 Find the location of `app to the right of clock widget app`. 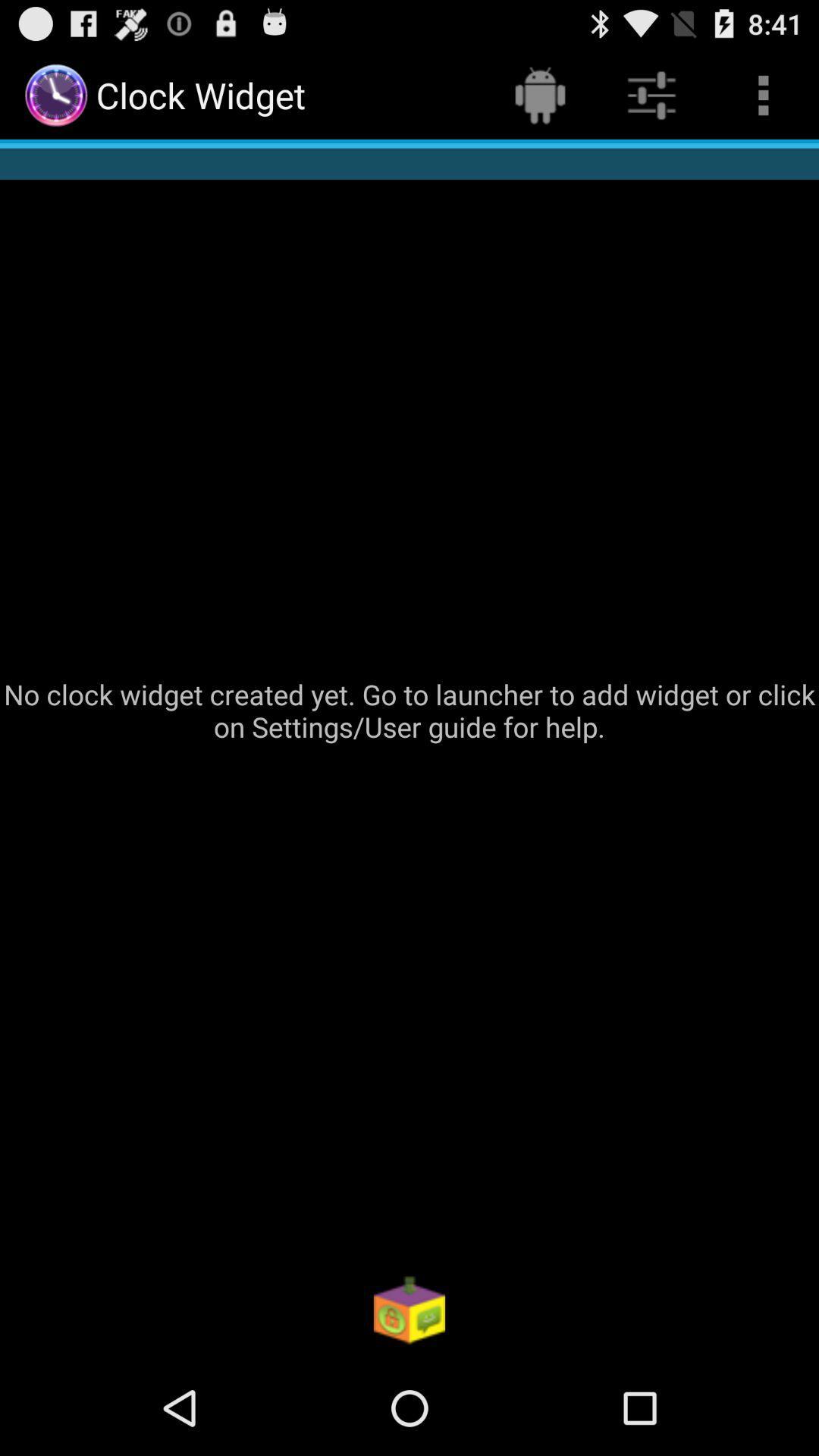

app to the right of clock widget app is located at coordinates (539, 94).